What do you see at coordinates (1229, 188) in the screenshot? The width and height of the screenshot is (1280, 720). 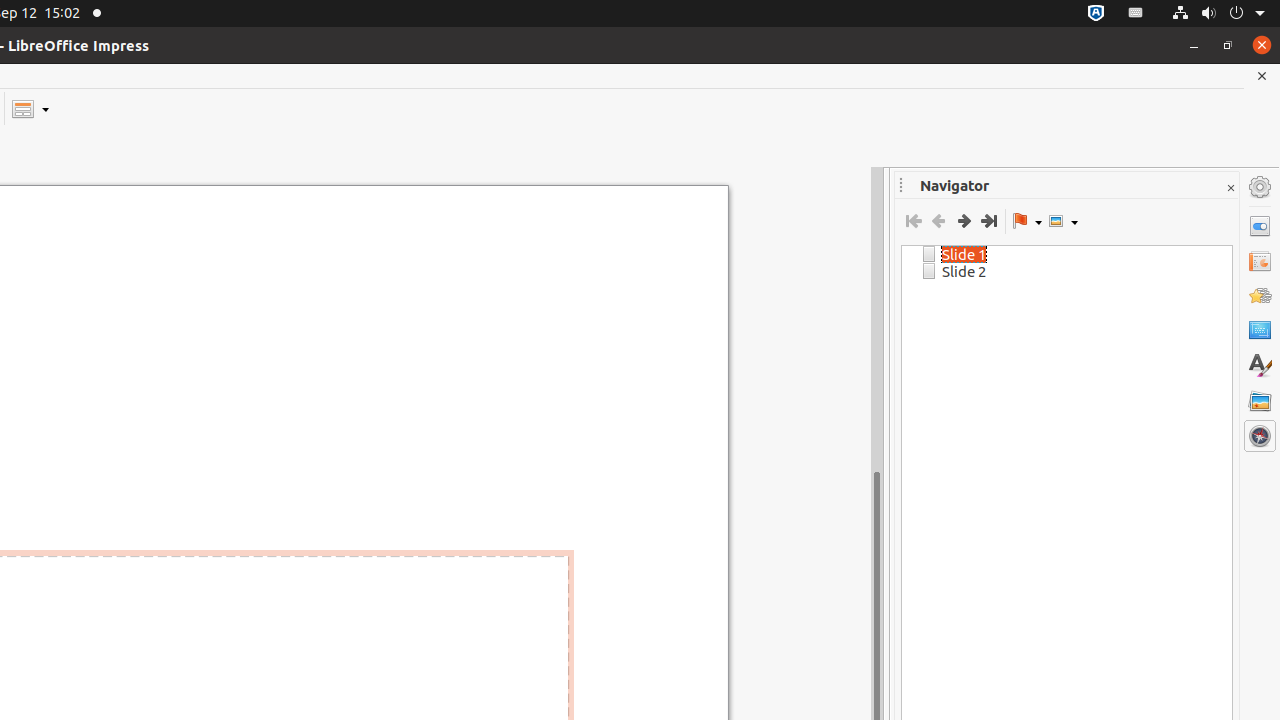 I see `'Close Sidebar Deck'` at bounding box center [1229, 188].